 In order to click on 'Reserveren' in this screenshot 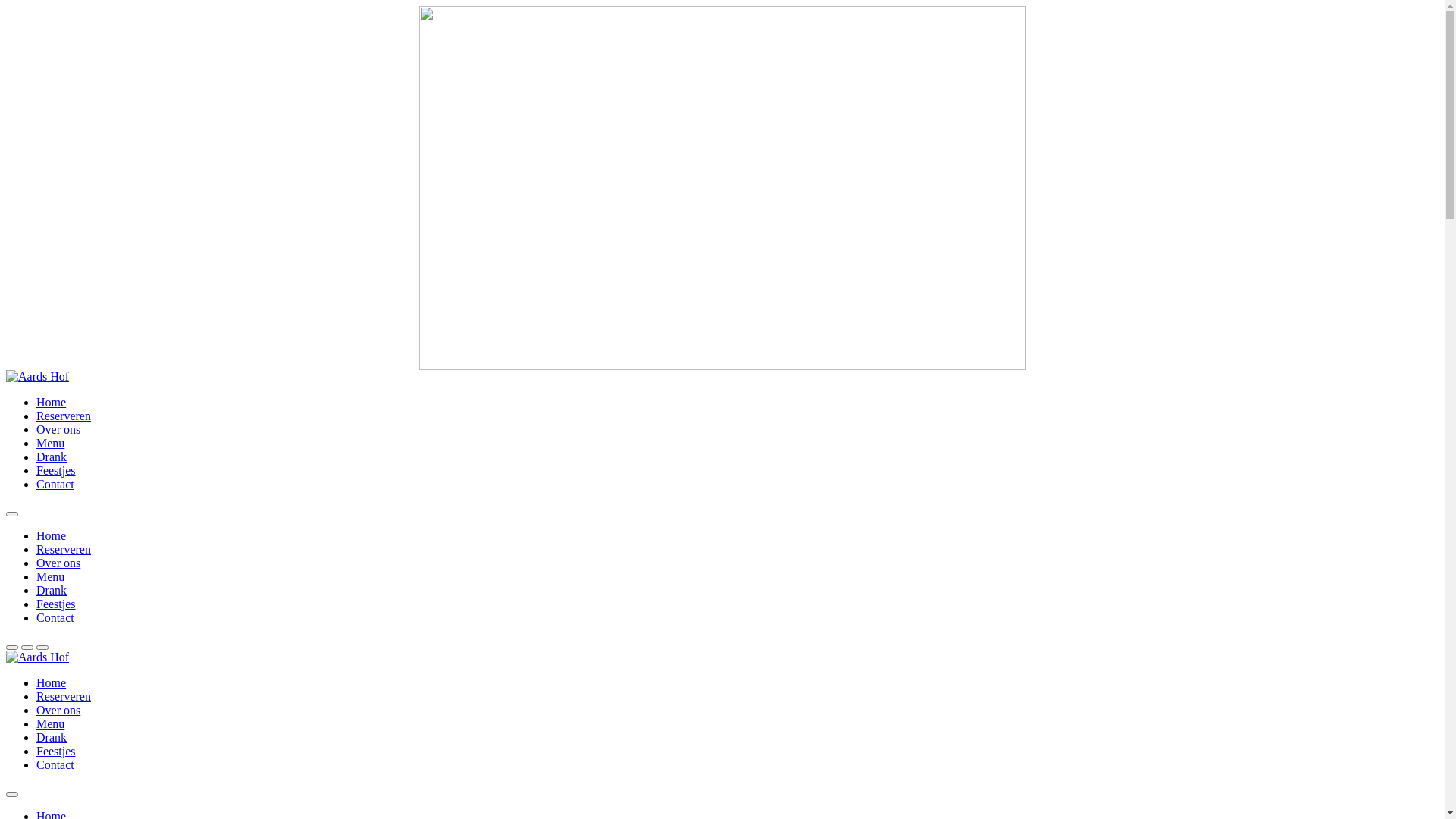, I will do `click(62, 549)`.